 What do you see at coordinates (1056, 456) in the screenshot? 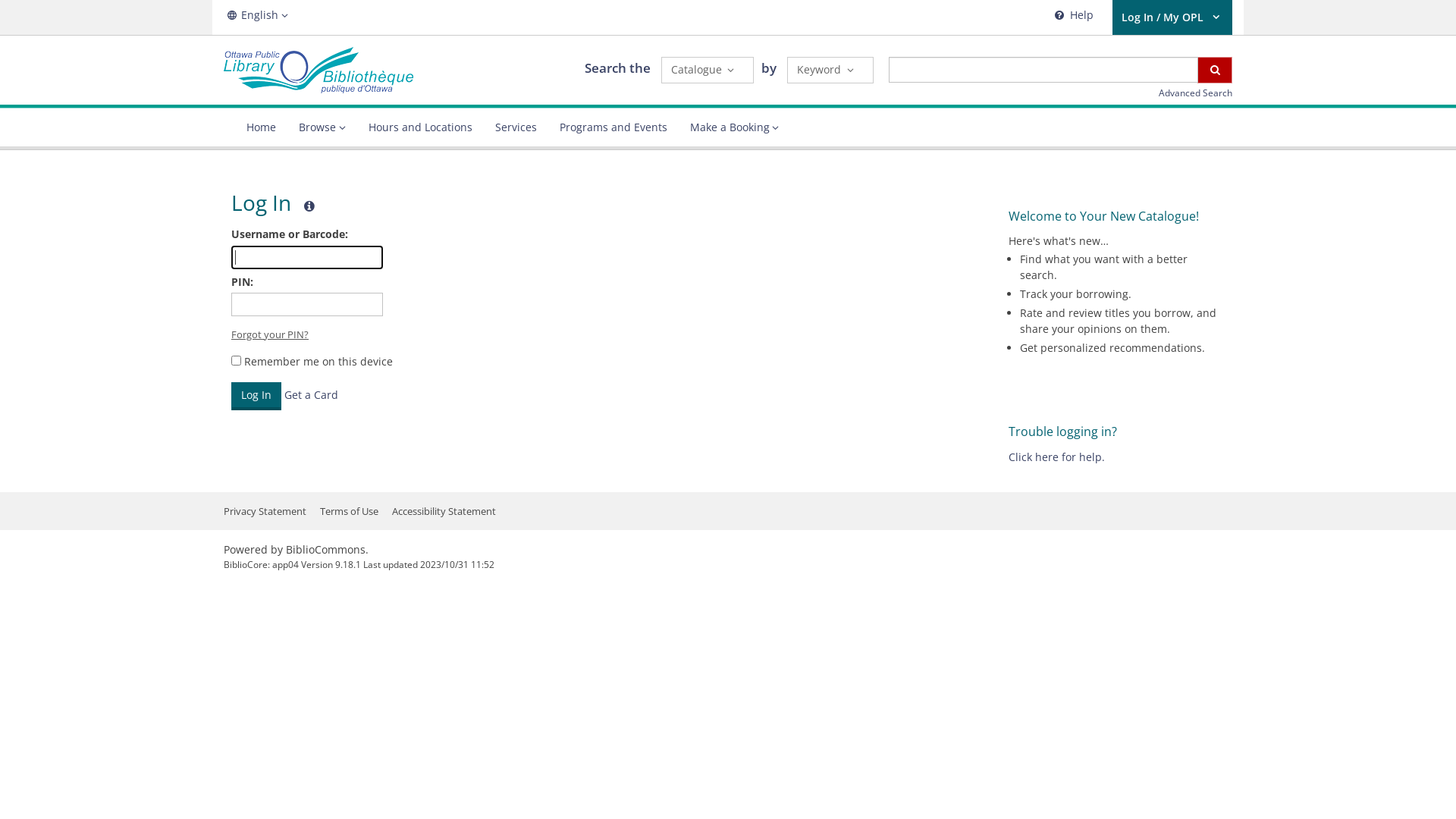
I see `'Click here for help.'` at bounding box center [1056, 456].